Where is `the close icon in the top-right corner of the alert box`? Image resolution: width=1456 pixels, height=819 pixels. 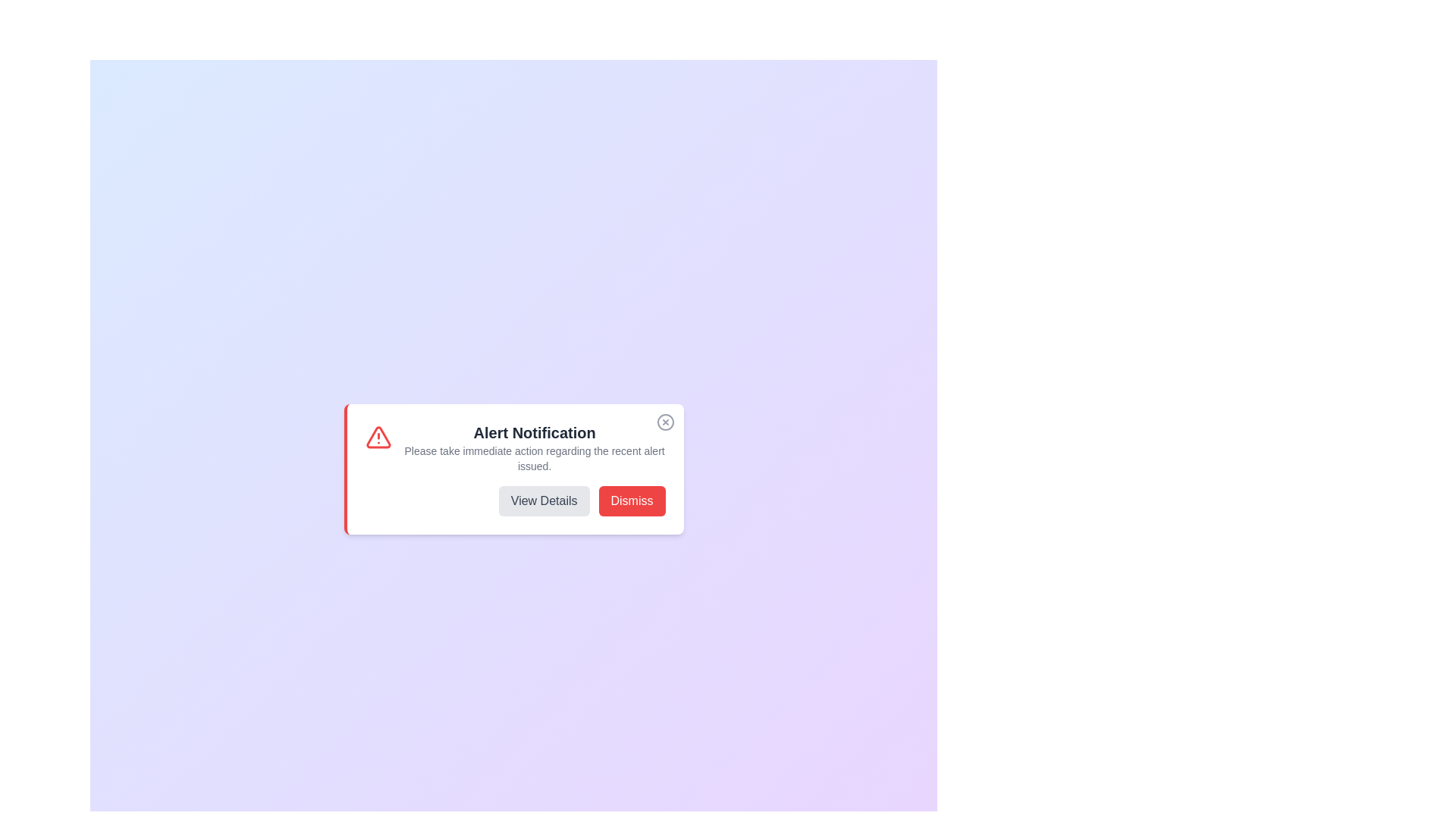 the close icon in the top-right corner of the alert box is located at coordinates (665, 422).